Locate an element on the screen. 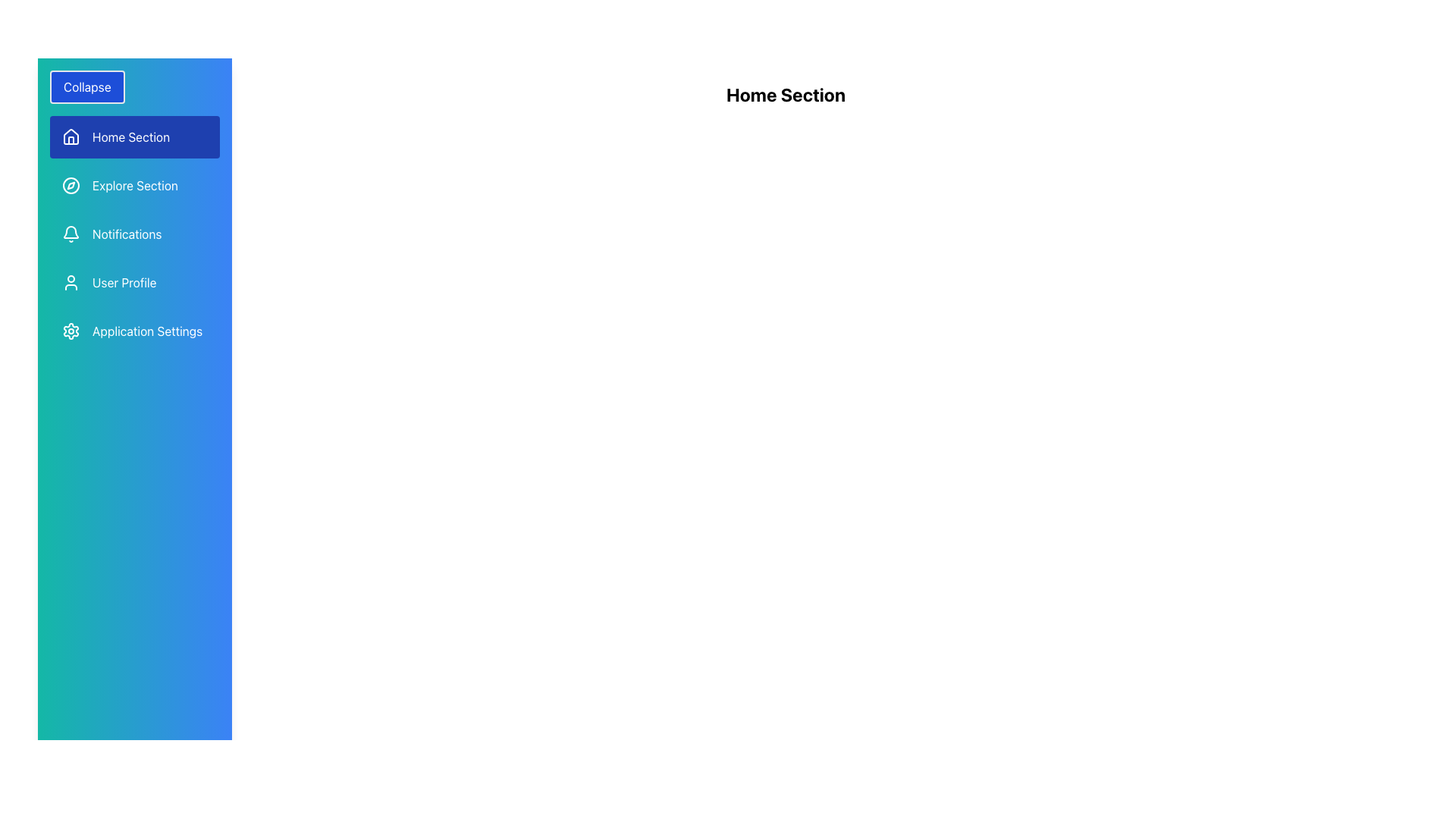  the 'Notifications' text in the vertical navigation sidebar is located at coordinates (127, 234).